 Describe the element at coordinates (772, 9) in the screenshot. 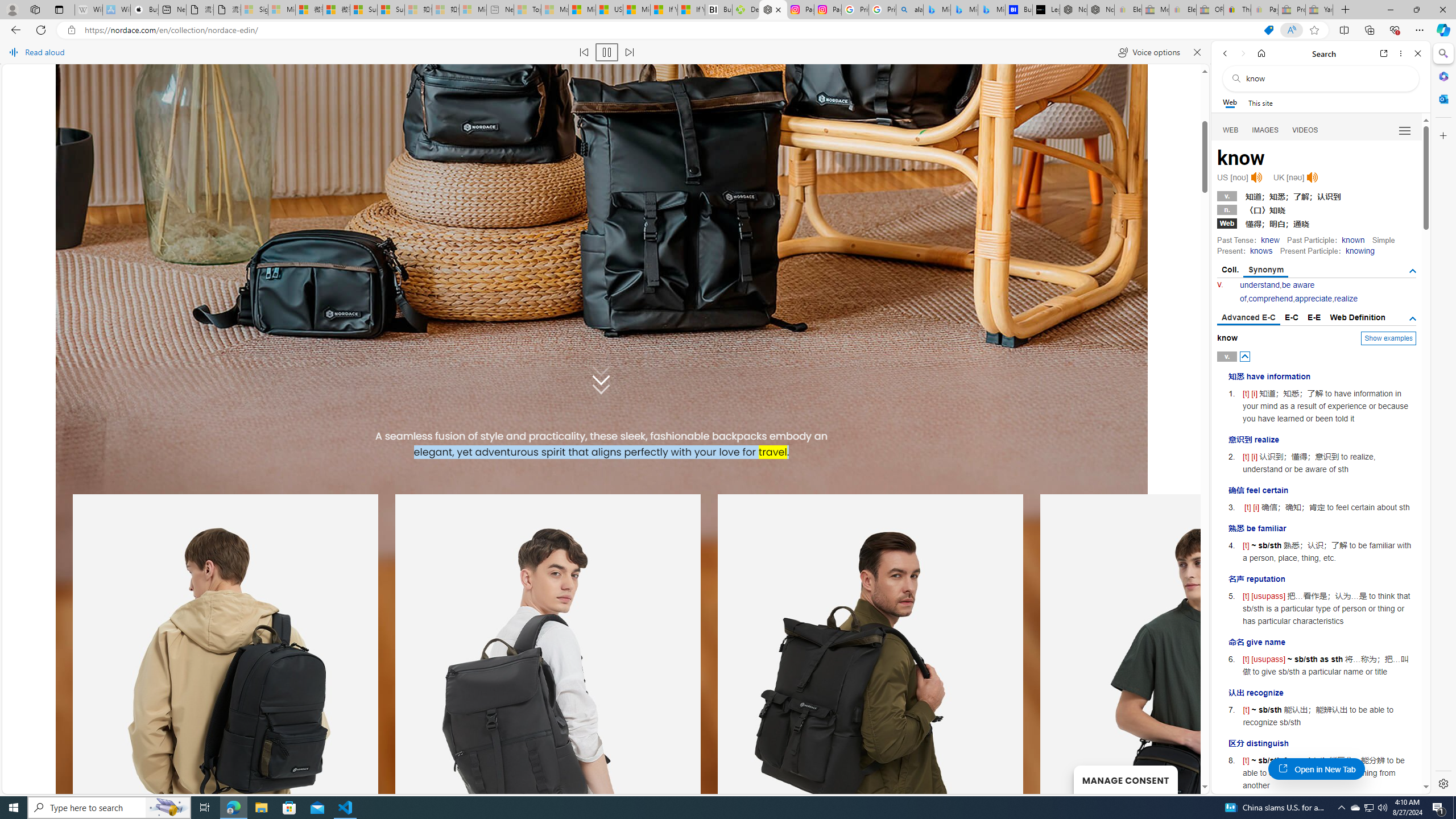

I see `'Nordace - Nordace Edin Collection'` at that location.